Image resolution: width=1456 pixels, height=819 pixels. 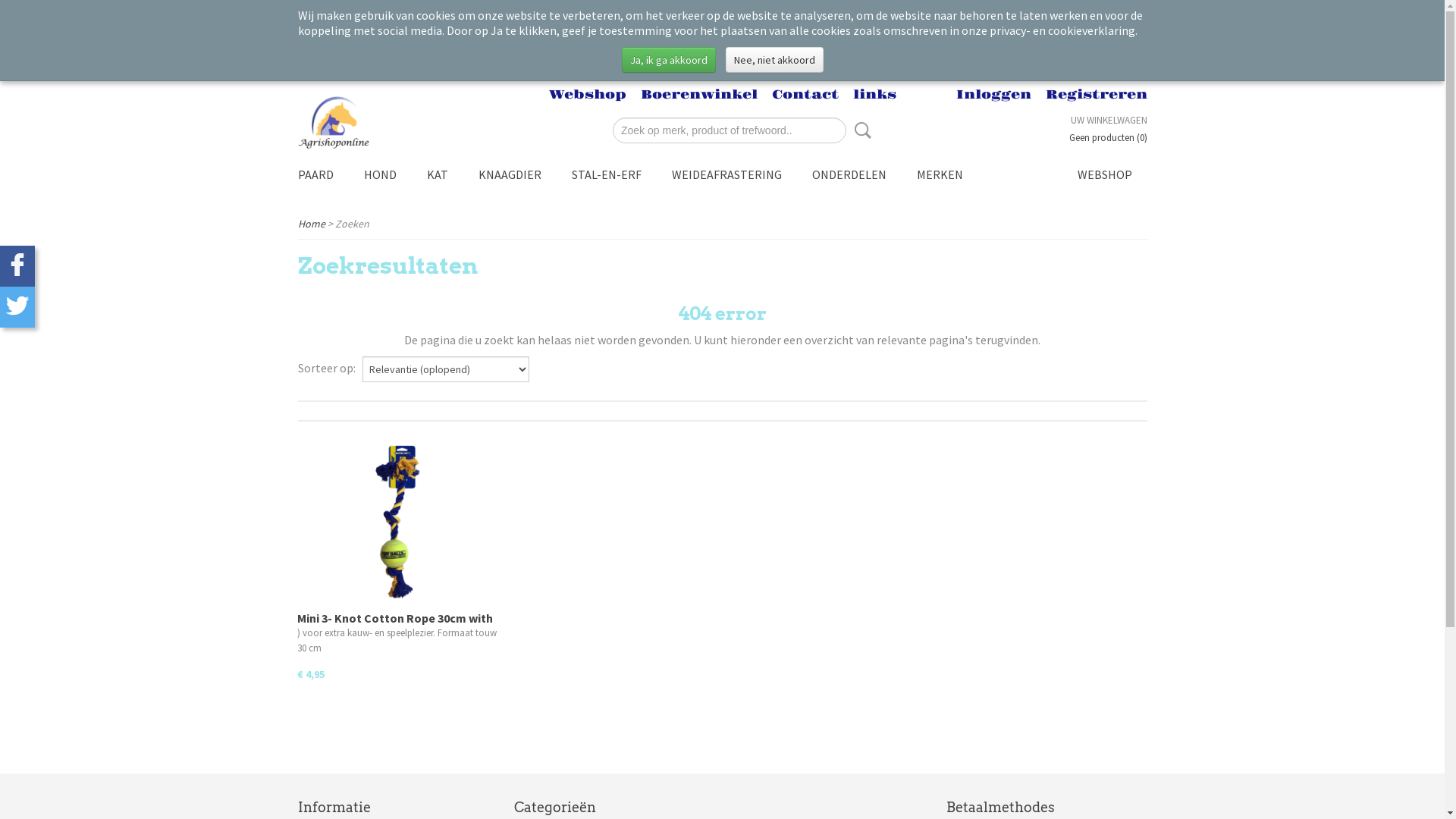 I want to click on 'Boerenwinkel', so click(x=698, y=94).